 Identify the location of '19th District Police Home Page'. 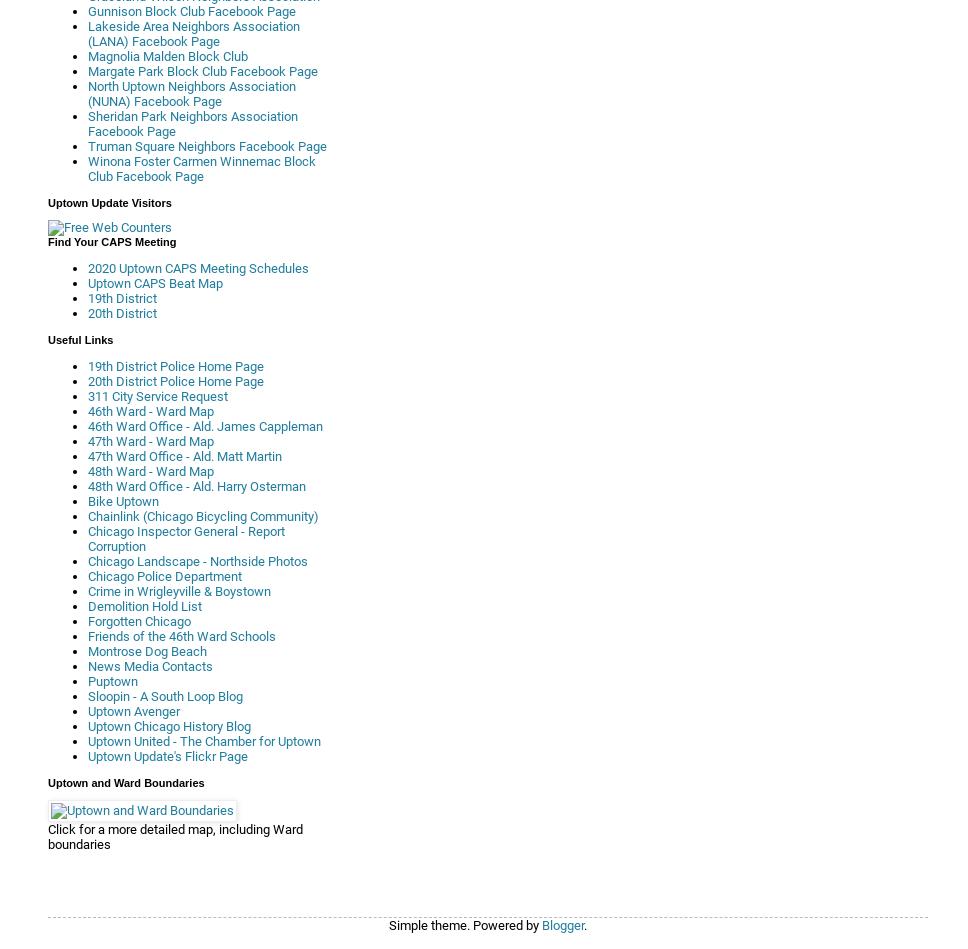
(87, 366).